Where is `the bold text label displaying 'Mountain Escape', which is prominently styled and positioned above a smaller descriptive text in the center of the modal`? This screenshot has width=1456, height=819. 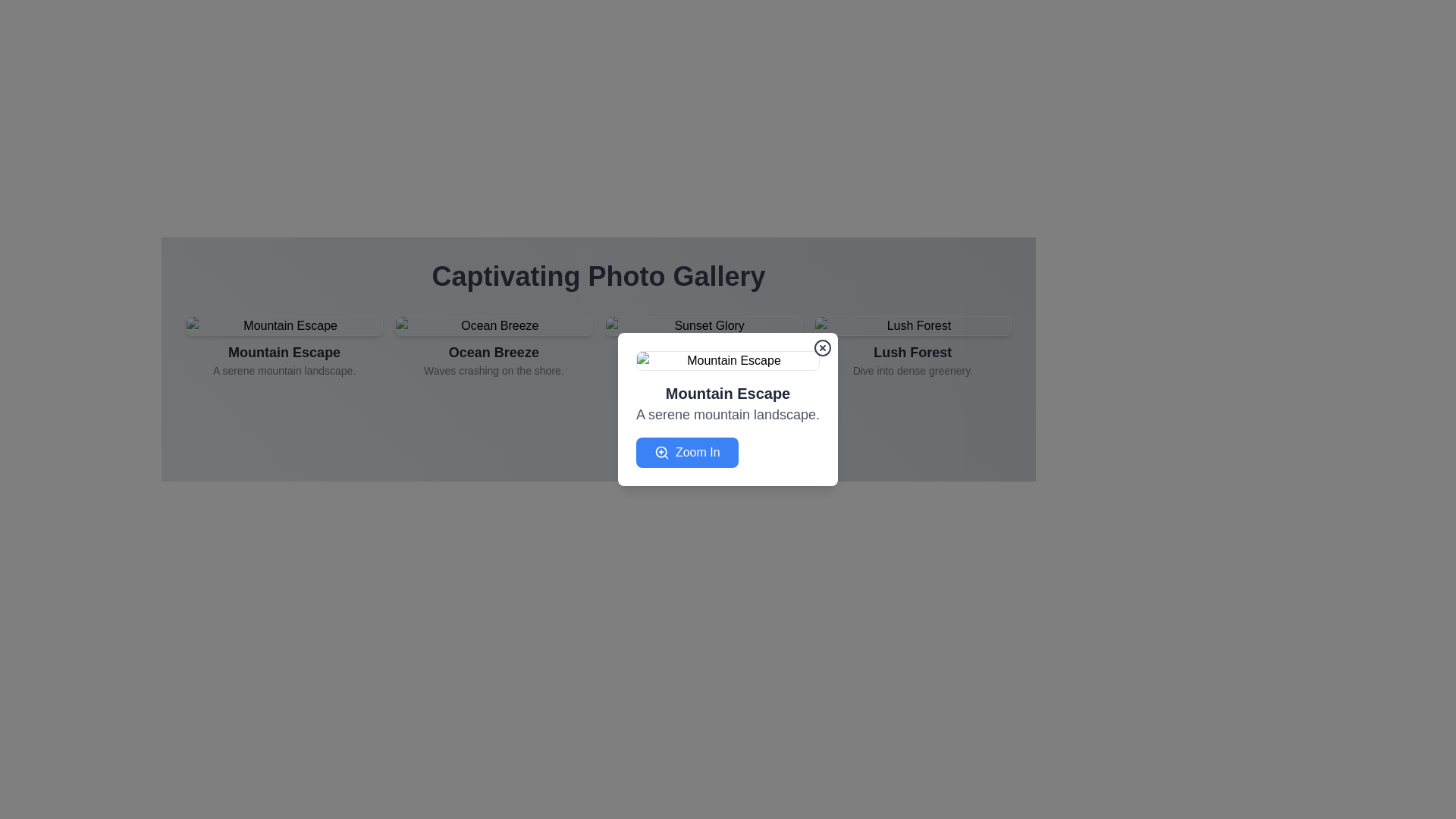
the bold text label displaying 'Mountain Escape', which is prominently styled and positioned above a smaller descriptive text in the center of the modal is located at coordinates (284, 353).